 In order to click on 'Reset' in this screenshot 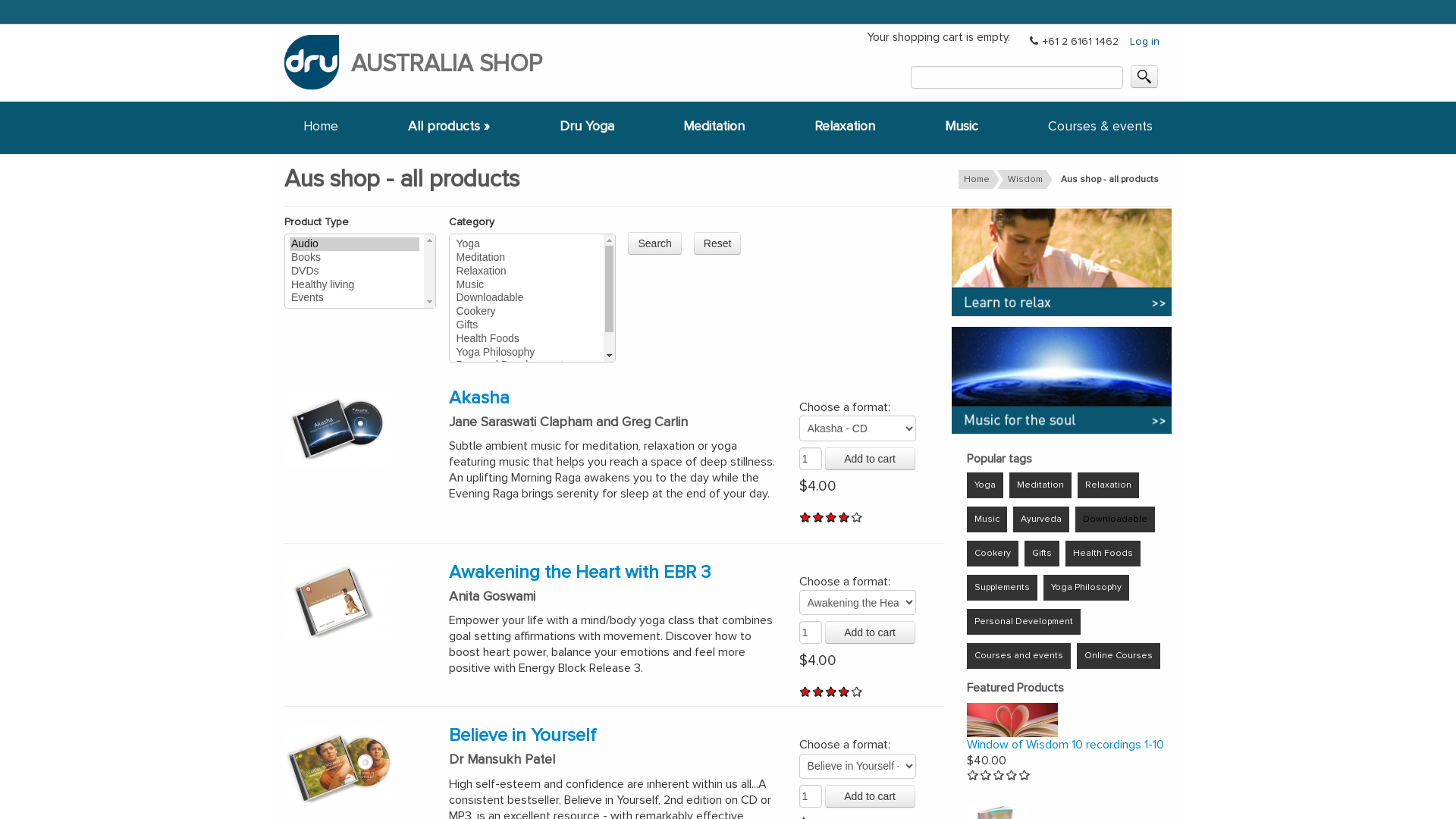, I will do `click(717, 242)`.